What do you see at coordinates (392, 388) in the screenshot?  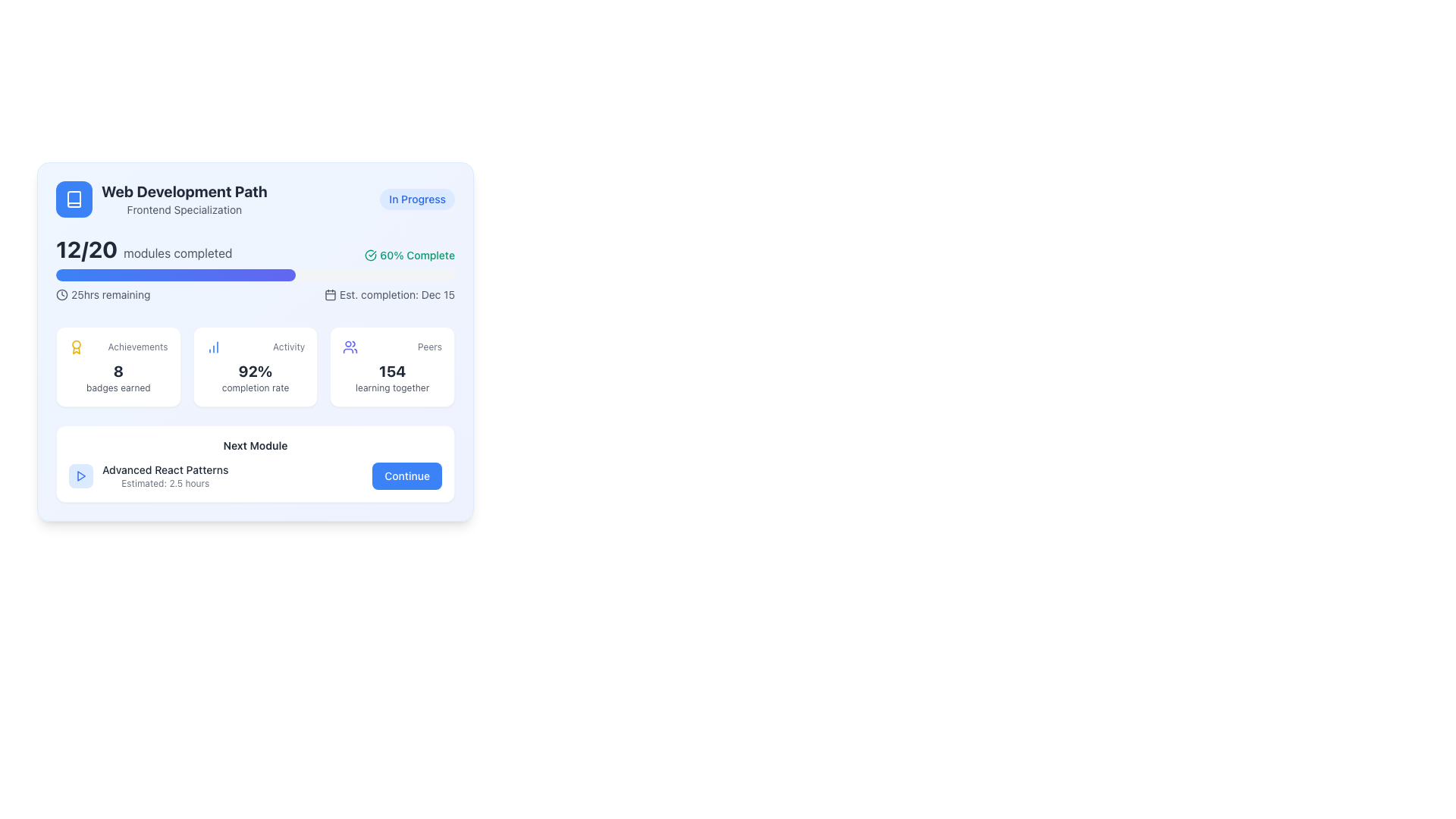 I see `descriptive text label located in the bottom section of the 'Peers' card, directly beneath the number '154' and to the right of the text 'Peers'` at bounding box center [392, 388].